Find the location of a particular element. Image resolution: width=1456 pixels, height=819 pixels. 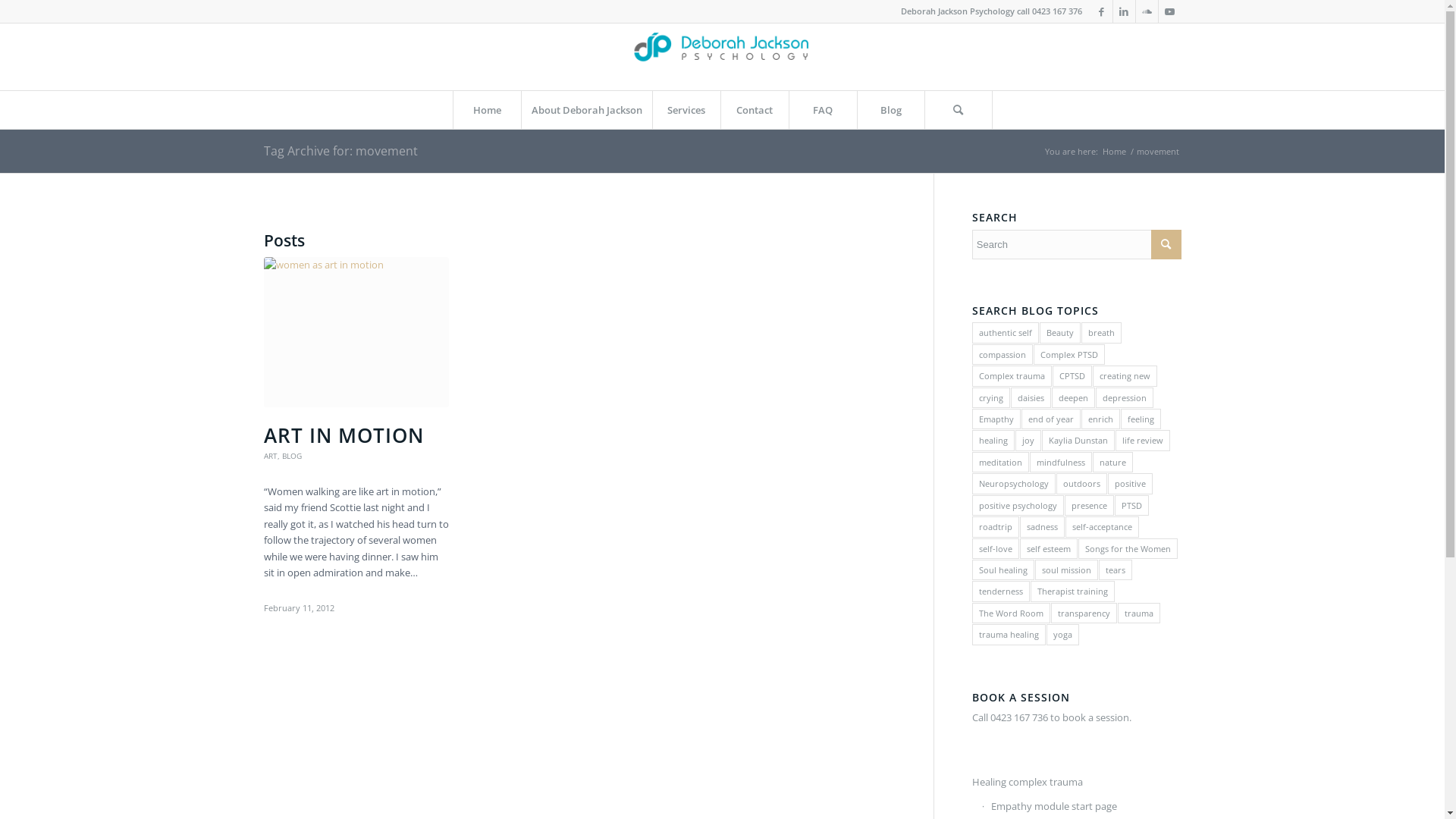

'Facebook' is located at coordinates (1101, 11).